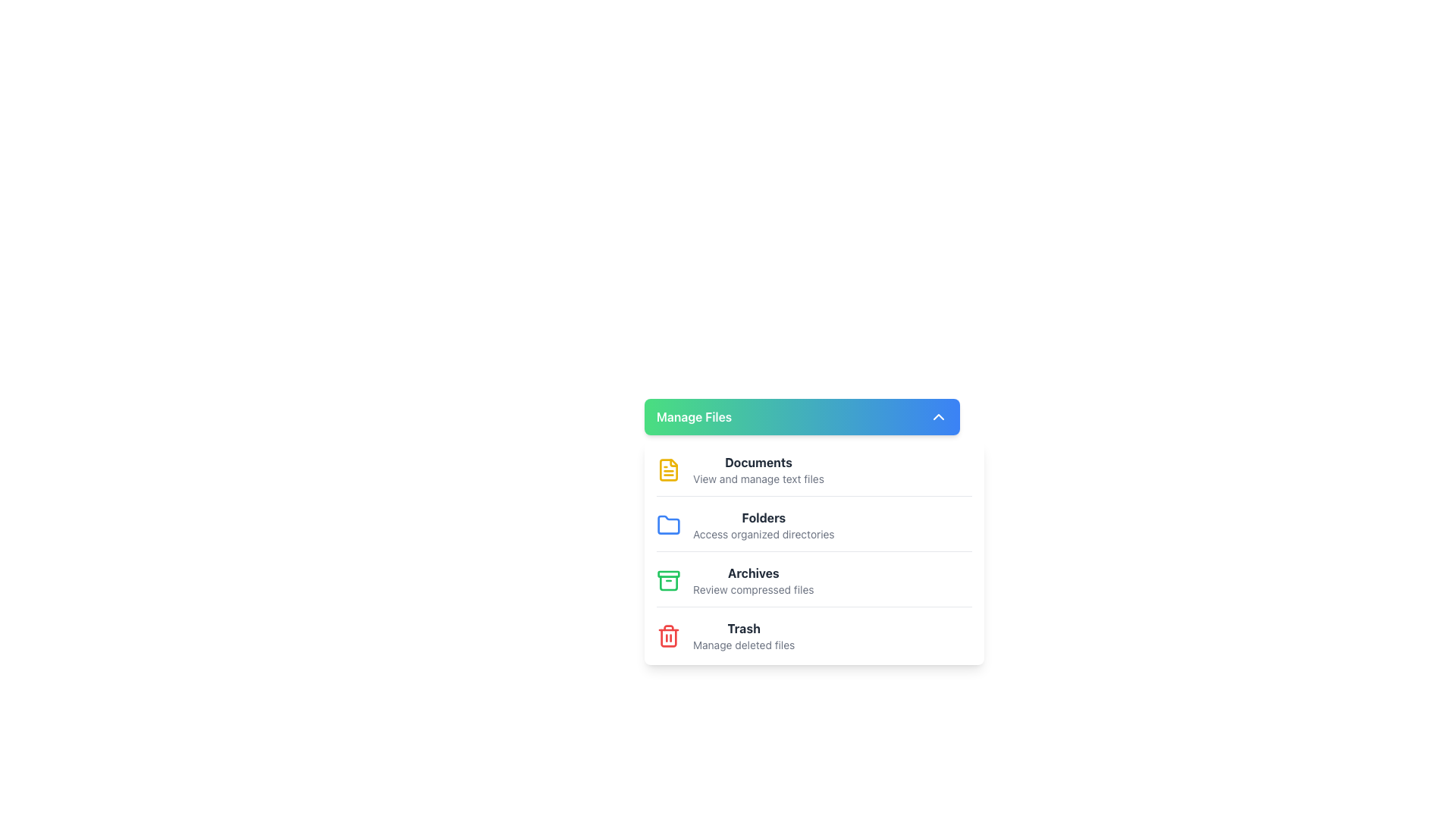  Describe the element at coordinates (668, 469) in the screenshot. I see `the 'Documents' icon located to the left of the text 'Documents' in the section labeled 'Documents View and manage text files.'` at that location.